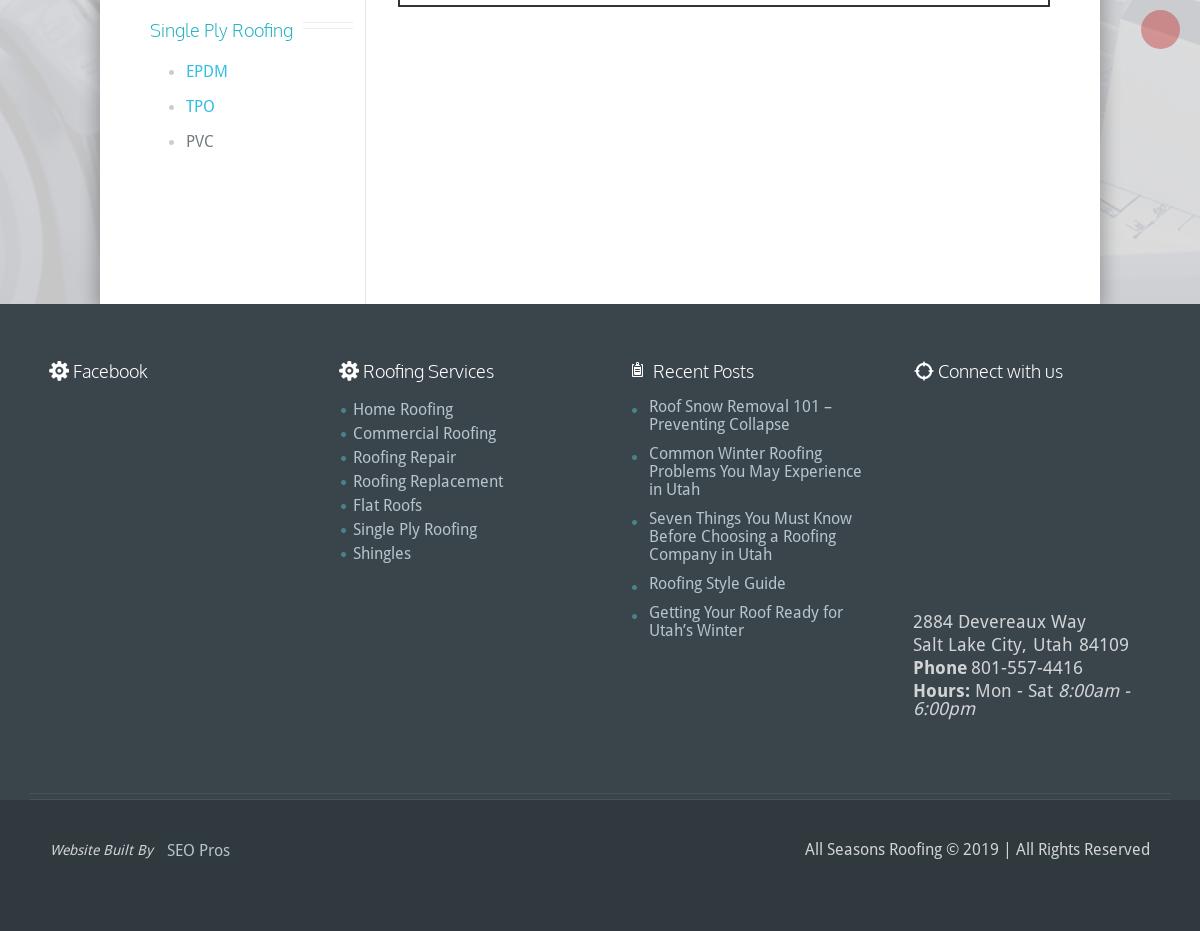  Describe the element at coordinates (1000, 371) in the screenshot. I see `'Connect with us'` at that location.